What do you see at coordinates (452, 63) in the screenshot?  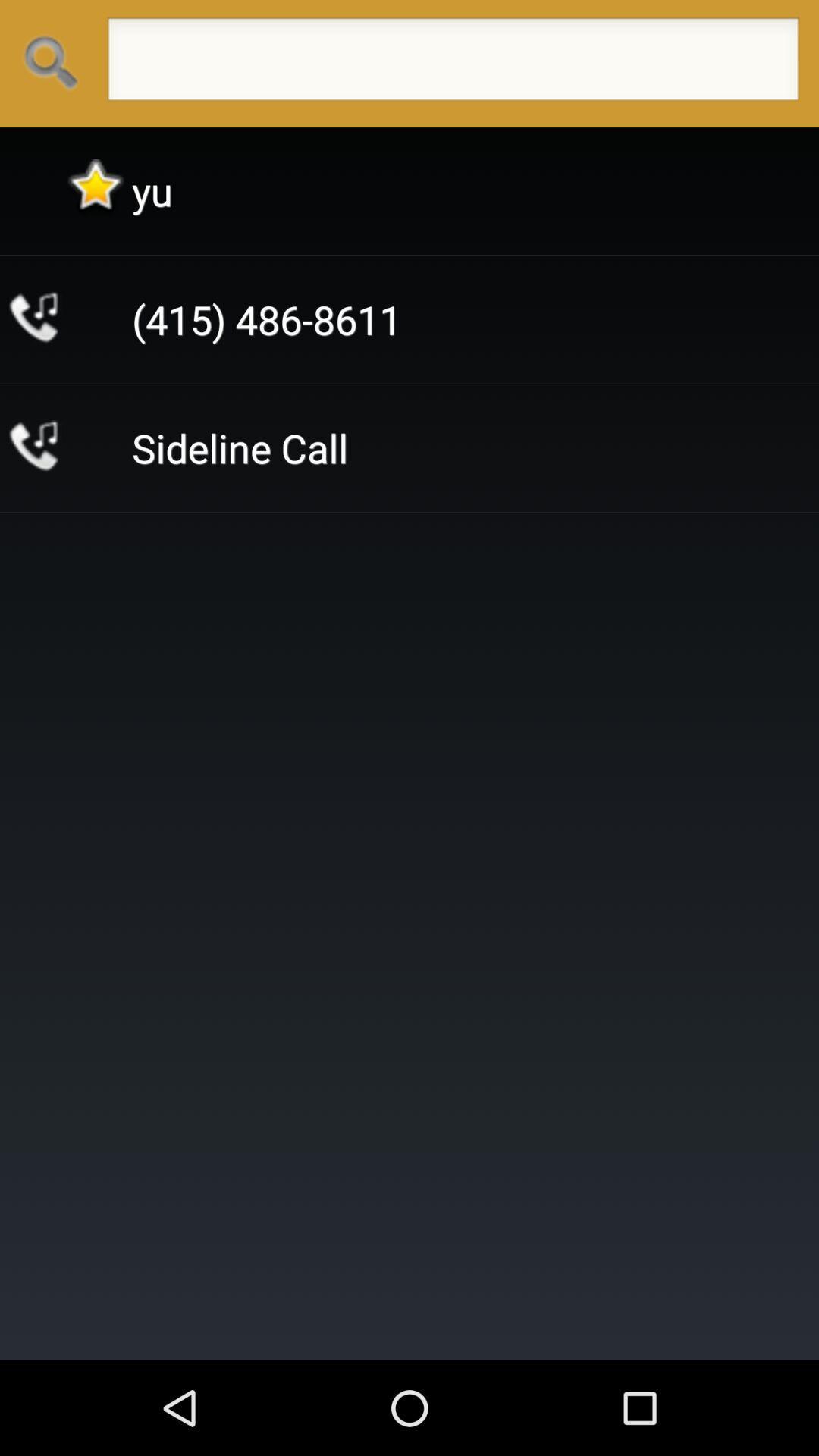 I see `search` at bounding box center [452, 63].